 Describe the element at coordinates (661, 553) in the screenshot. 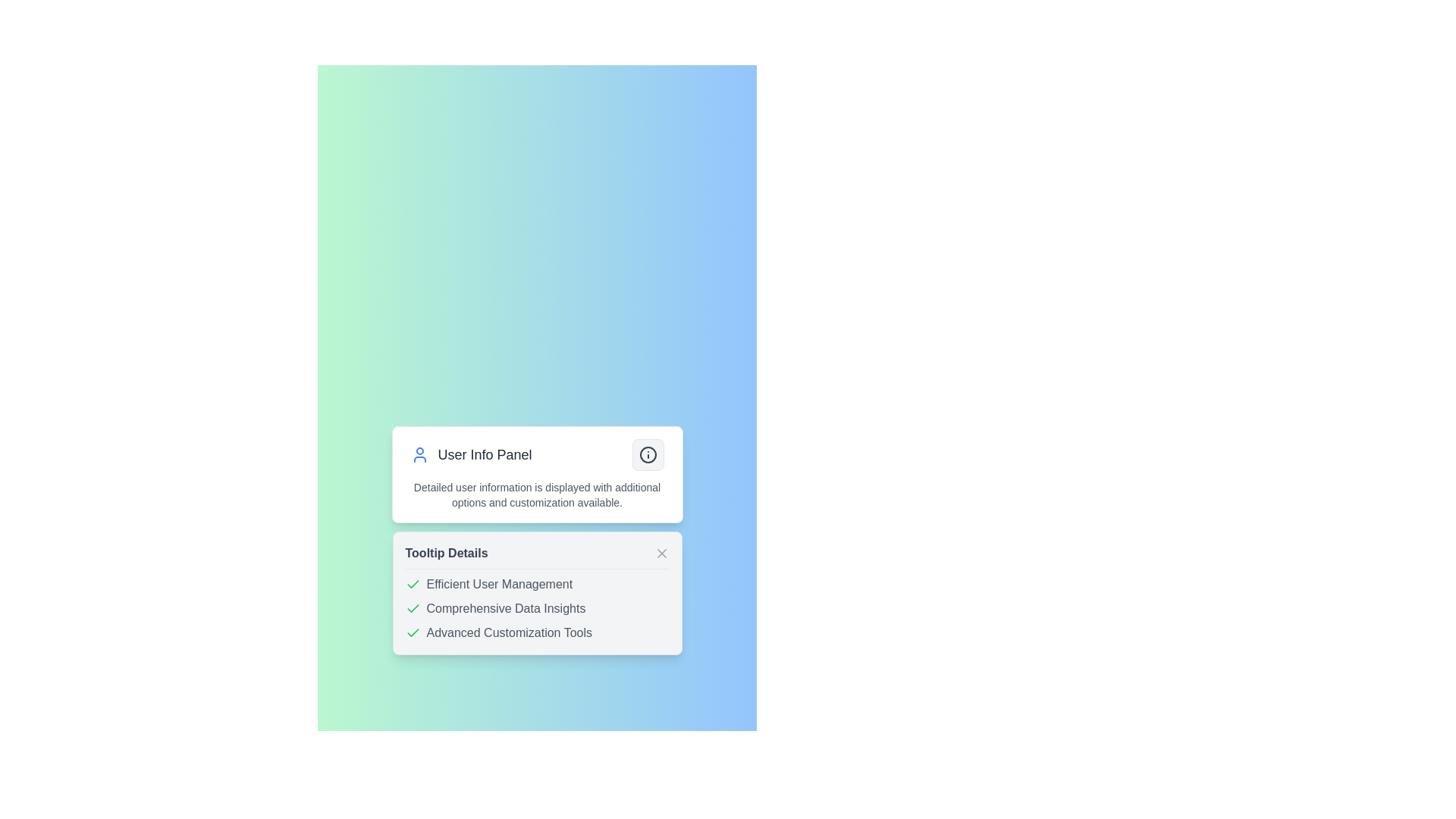

I see `the cross-shaped icon located at the top right corner of the 'Tooltip Details' card` at that location.